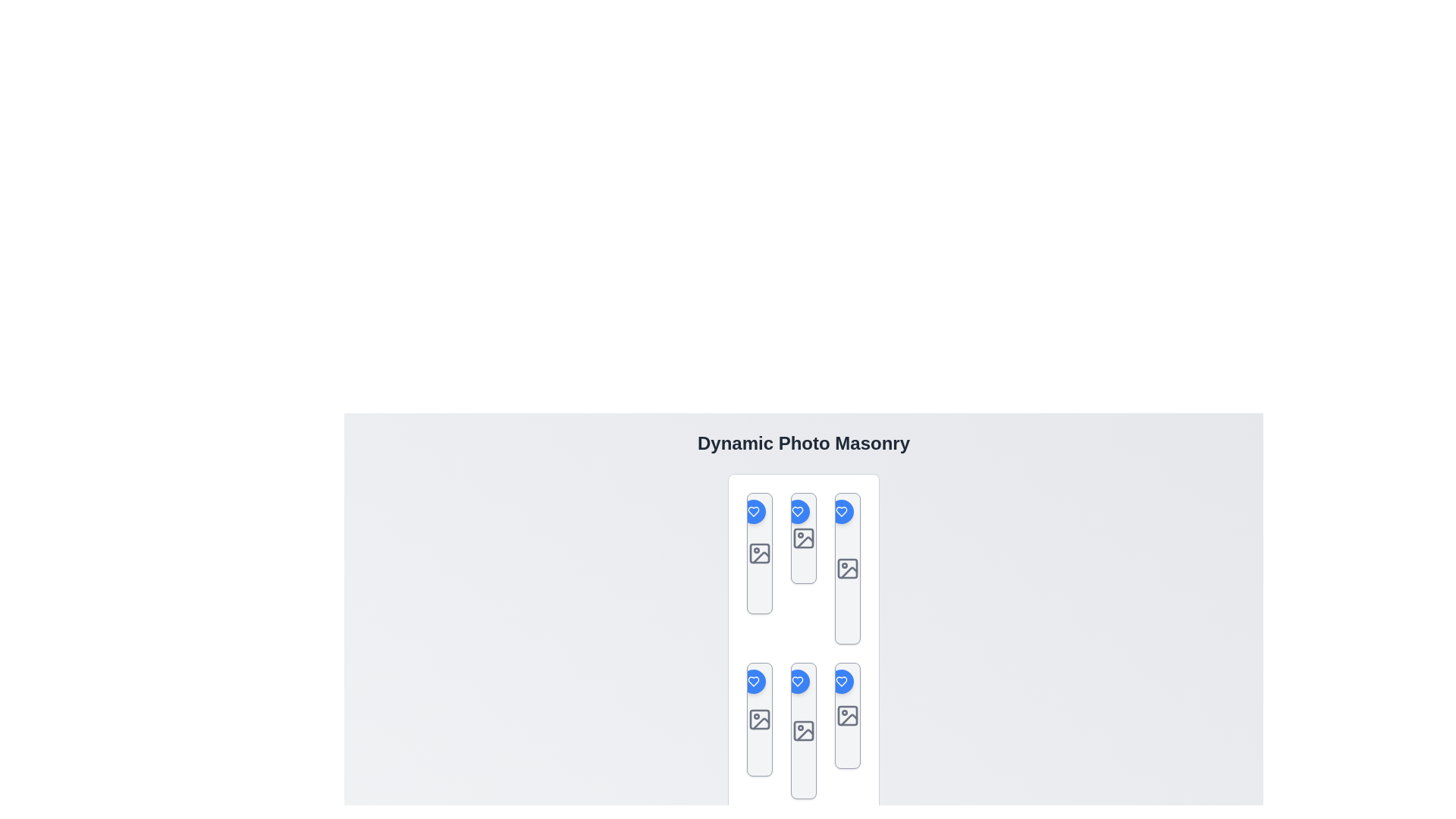 This screenshot has width=1456, height=819. Describe the element at coordinates (753, 680) in the screenshot. I see `the favorite button located in the top-right corner of the gray card in the second column of the bottom row for extended interaction options` at that location.